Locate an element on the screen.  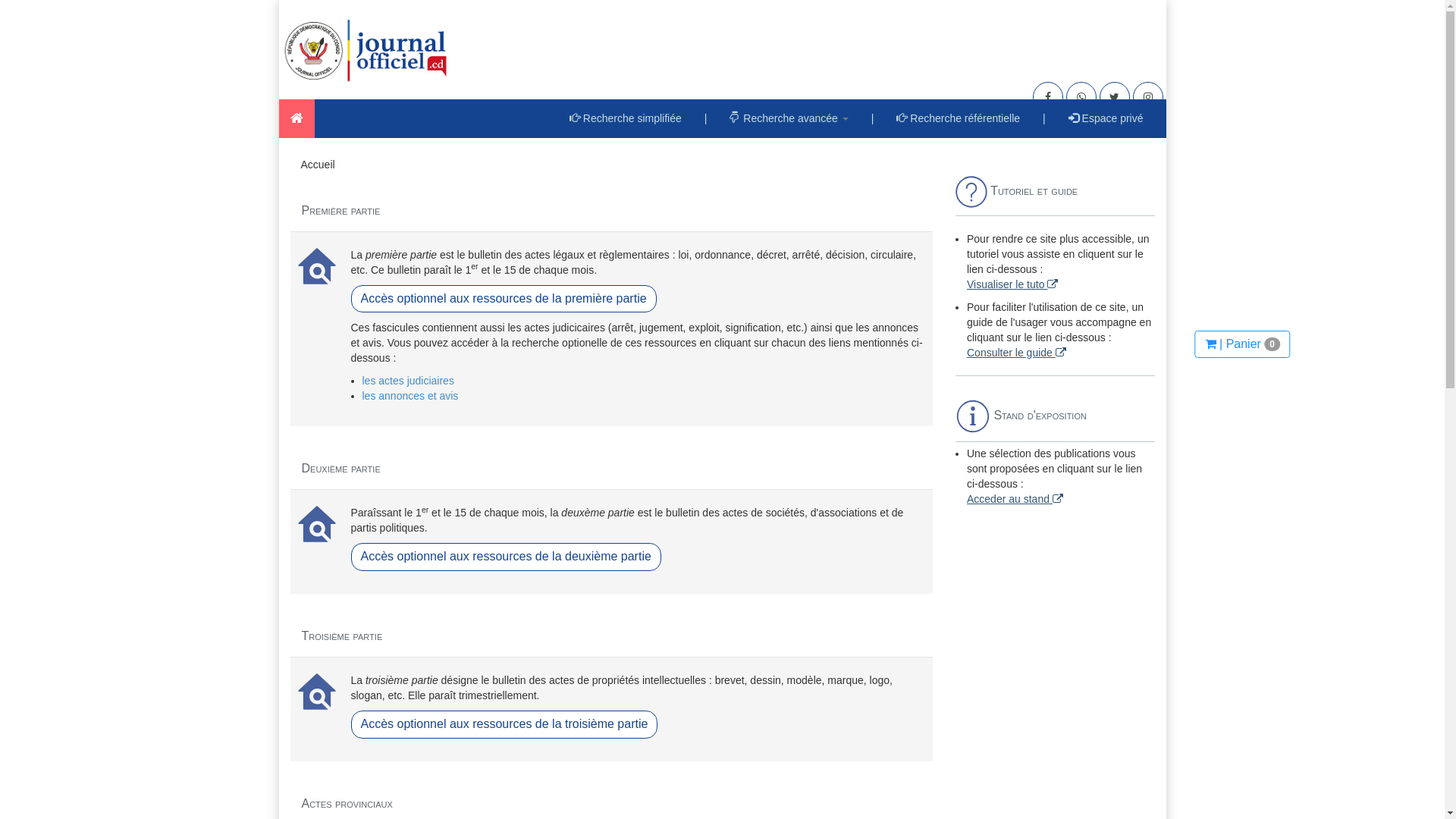
'Consulter le guide' is located at coordinates (1016, 353).